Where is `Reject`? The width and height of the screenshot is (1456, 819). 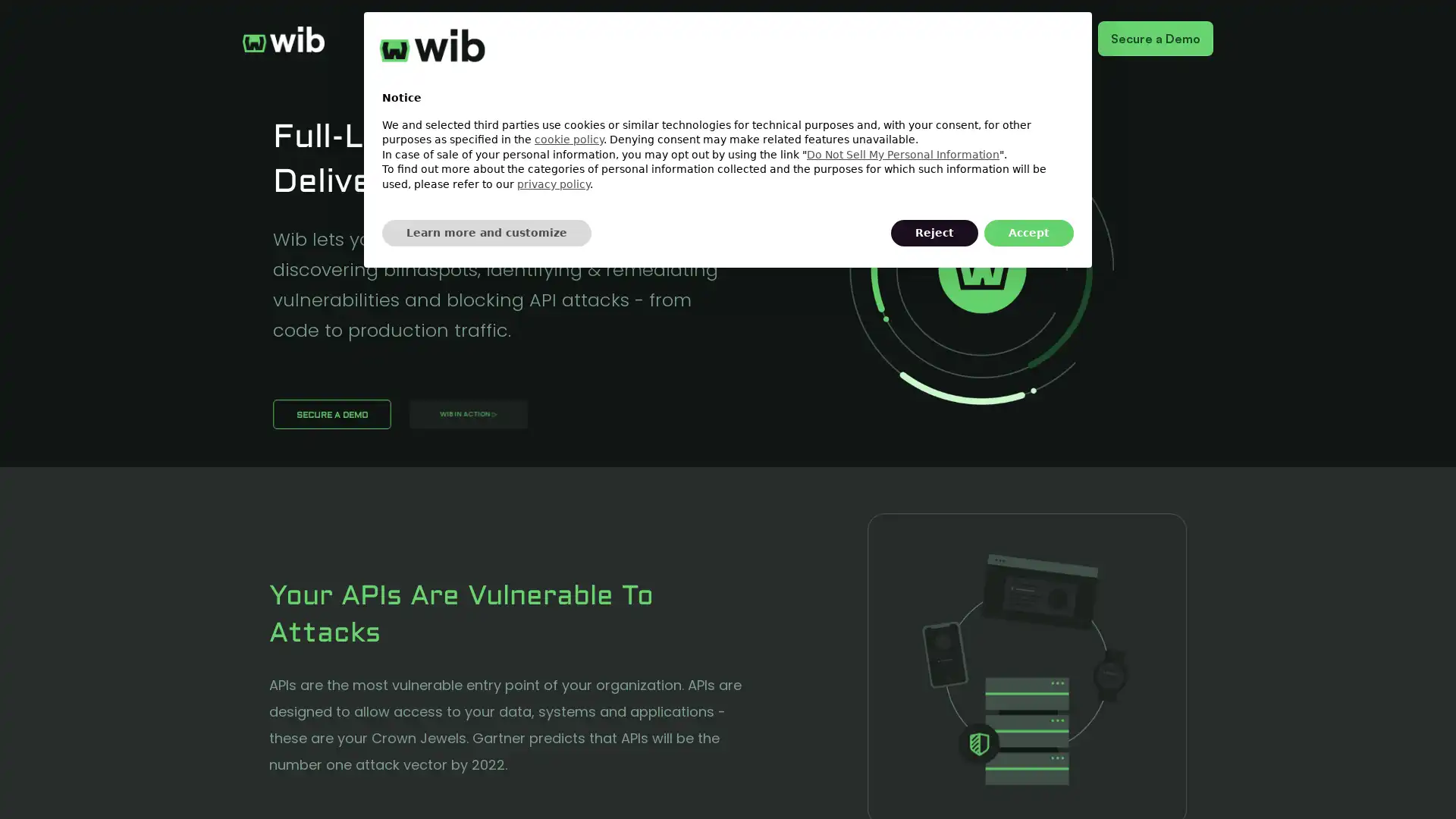 Reject is located at coordinates (934, 233).